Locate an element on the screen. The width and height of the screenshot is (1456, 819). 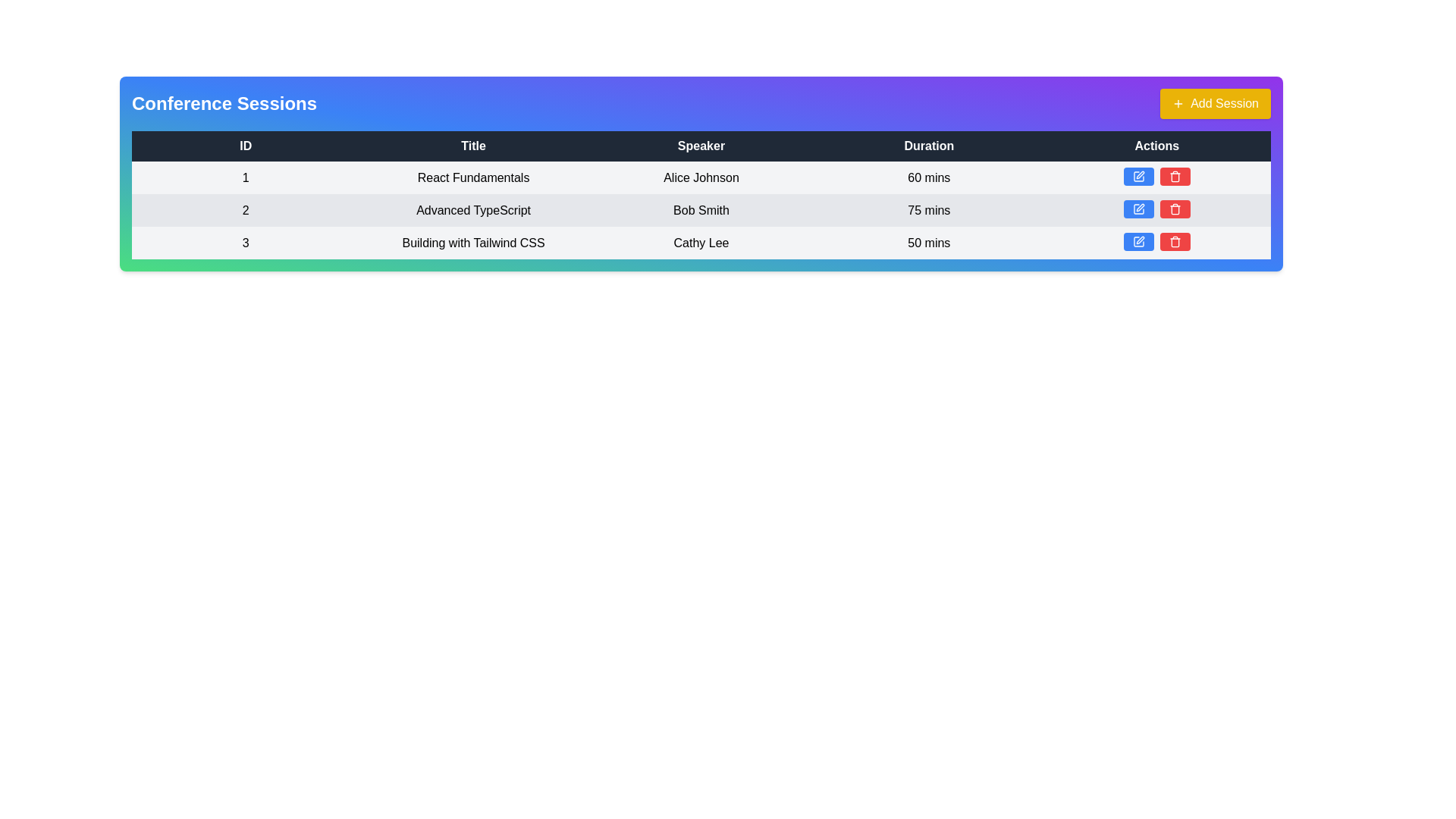
the red trash bin icon located in the 'Actions' column of the third row of the table is located at coordinates (1174, 175).